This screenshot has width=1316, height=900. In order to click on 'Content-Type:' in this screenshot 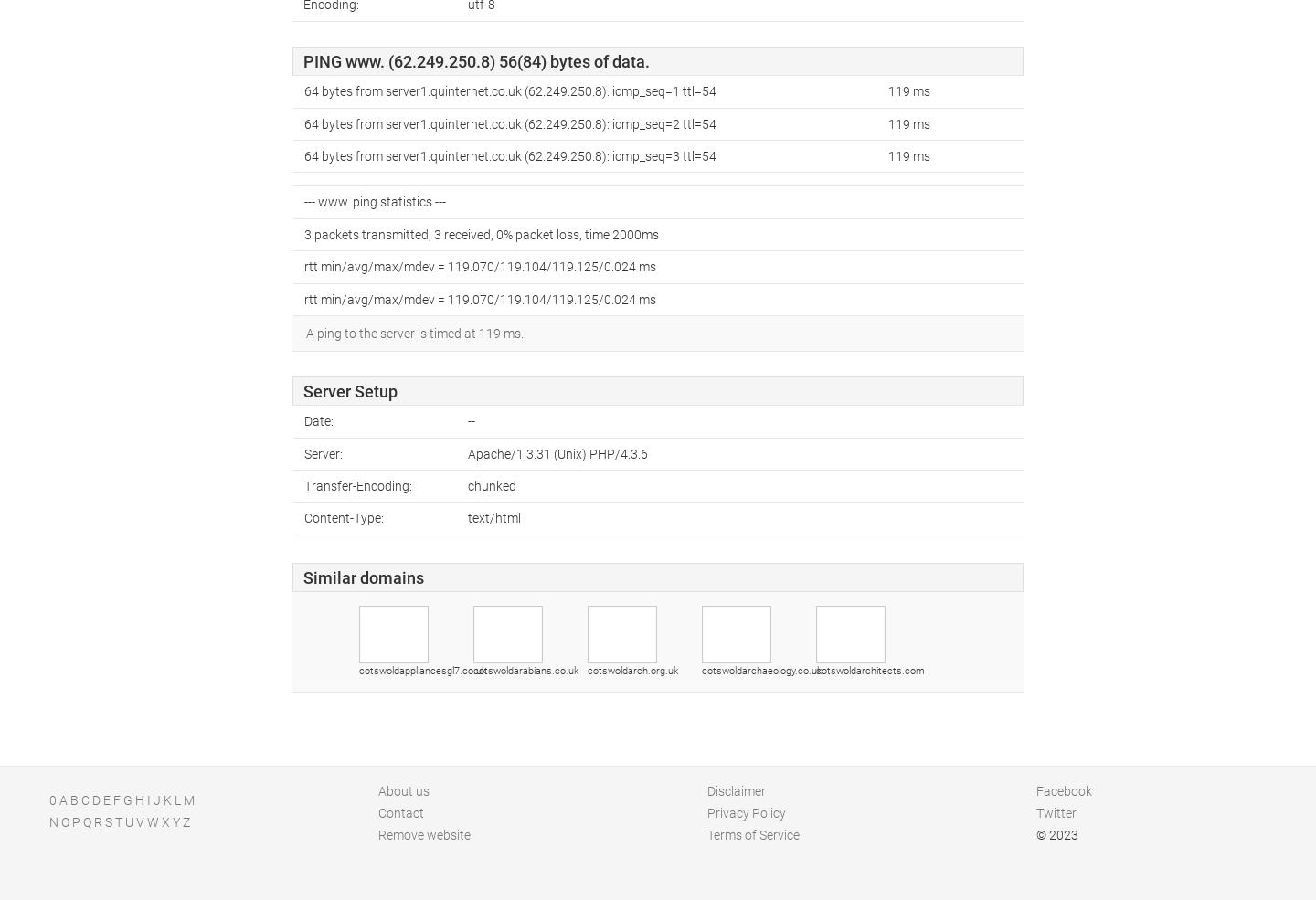, I will do `click(342, 517)`.